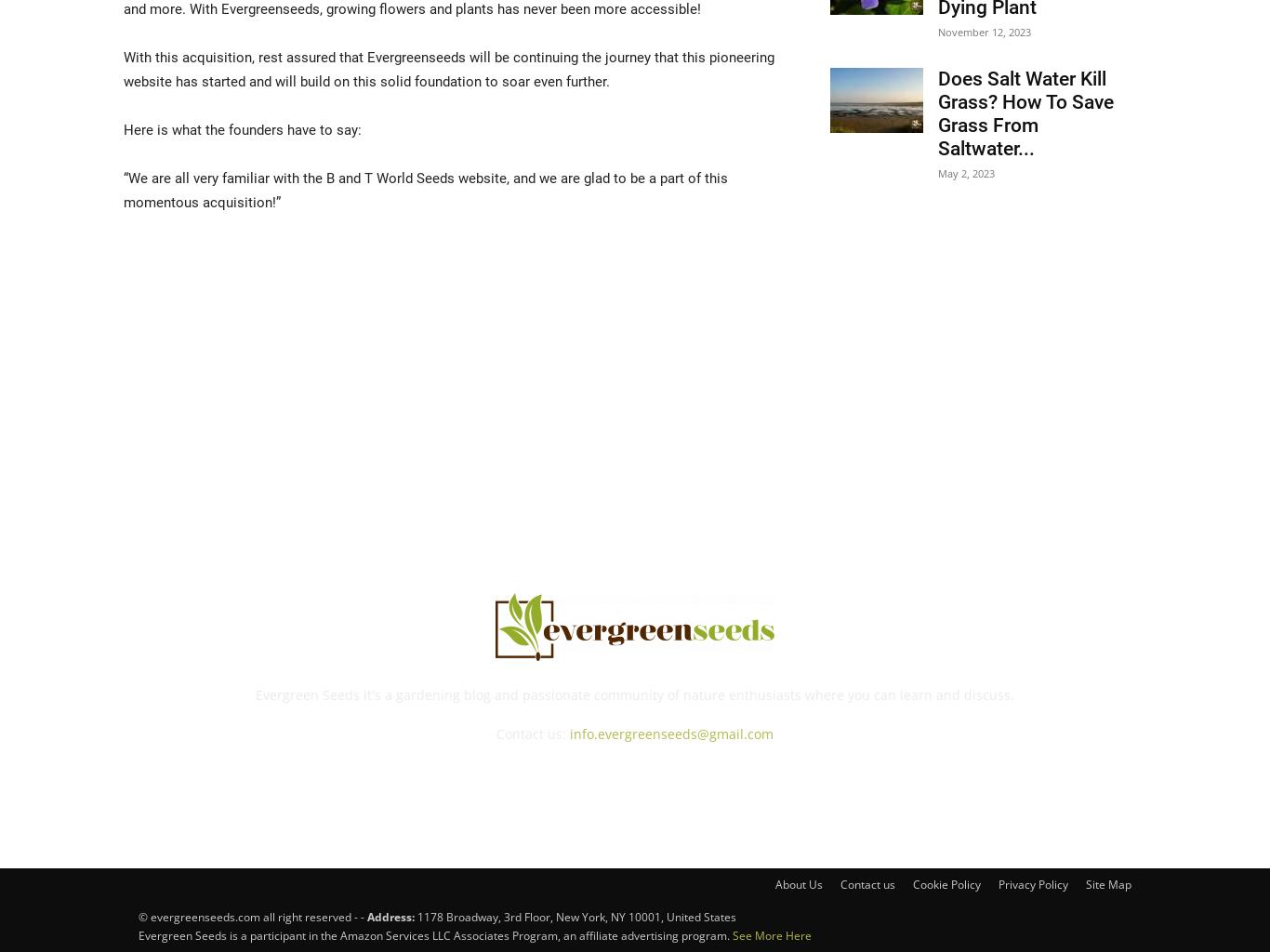 Image resolution: width=1270 pixels, height=952 pixels. I want to click on '© evergreenseeds.com all right reserved - -', so click(138, 916).